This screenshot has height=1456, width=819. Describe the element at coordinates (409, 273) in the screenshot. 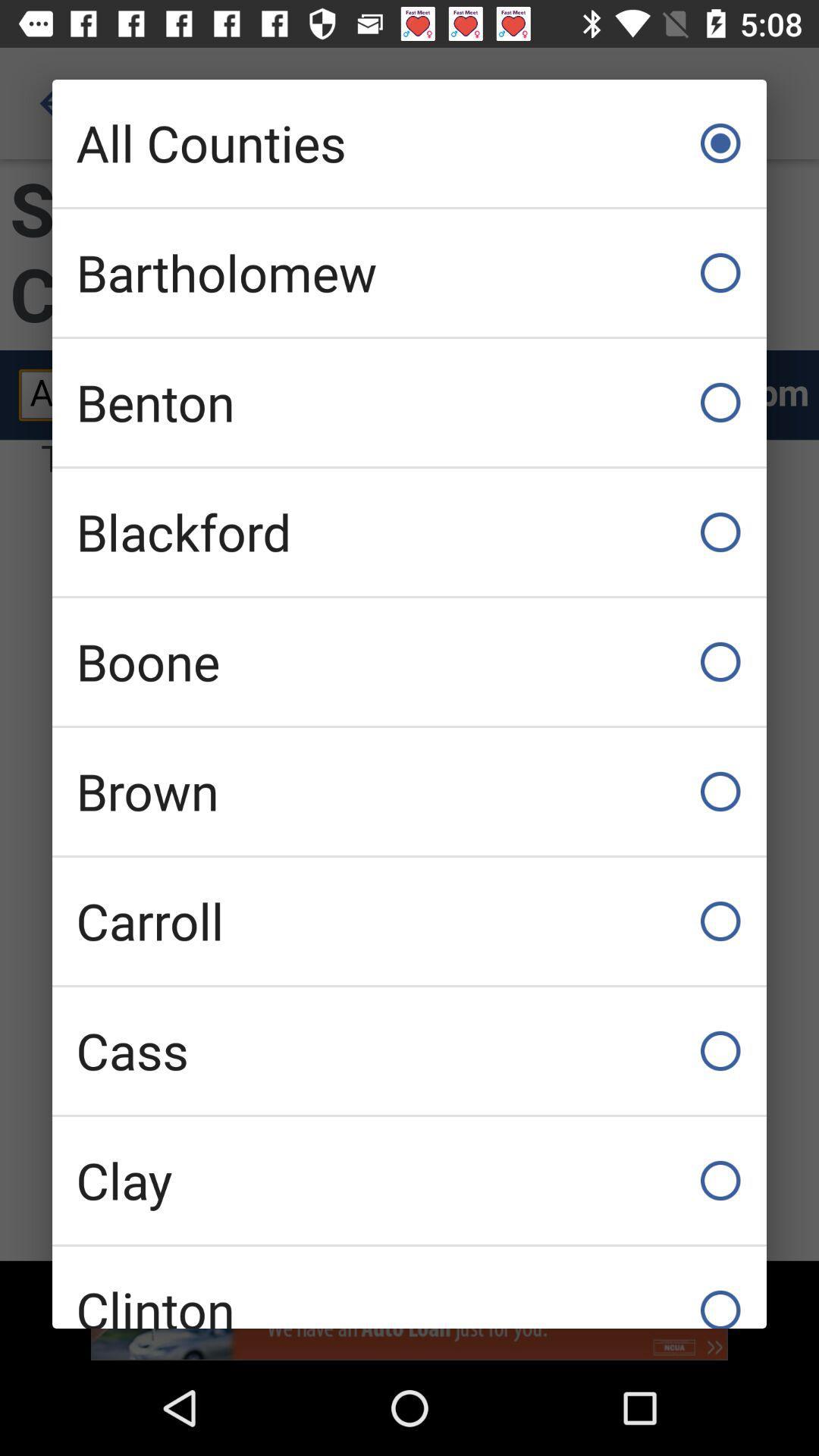

I see `bartholomew icon` at that location.